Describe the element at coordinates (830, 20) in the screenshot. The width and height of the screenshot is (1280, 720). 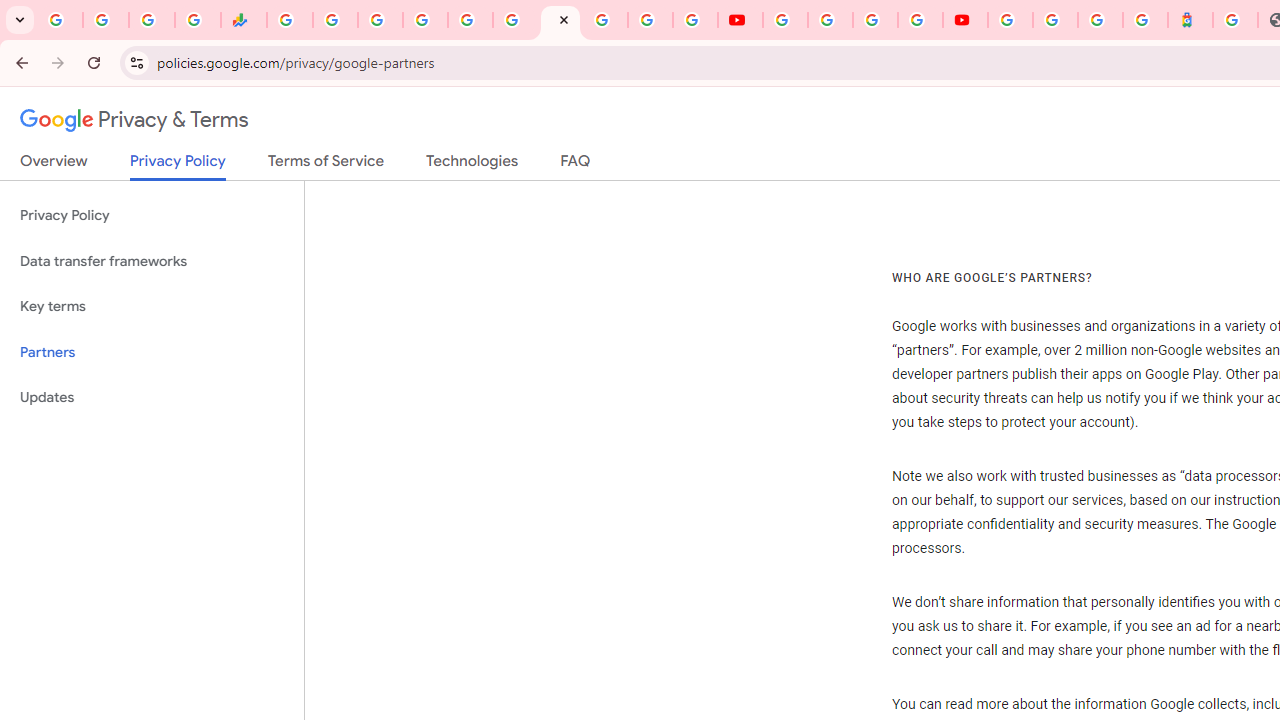
I see `'Google Account Help'` at that location.